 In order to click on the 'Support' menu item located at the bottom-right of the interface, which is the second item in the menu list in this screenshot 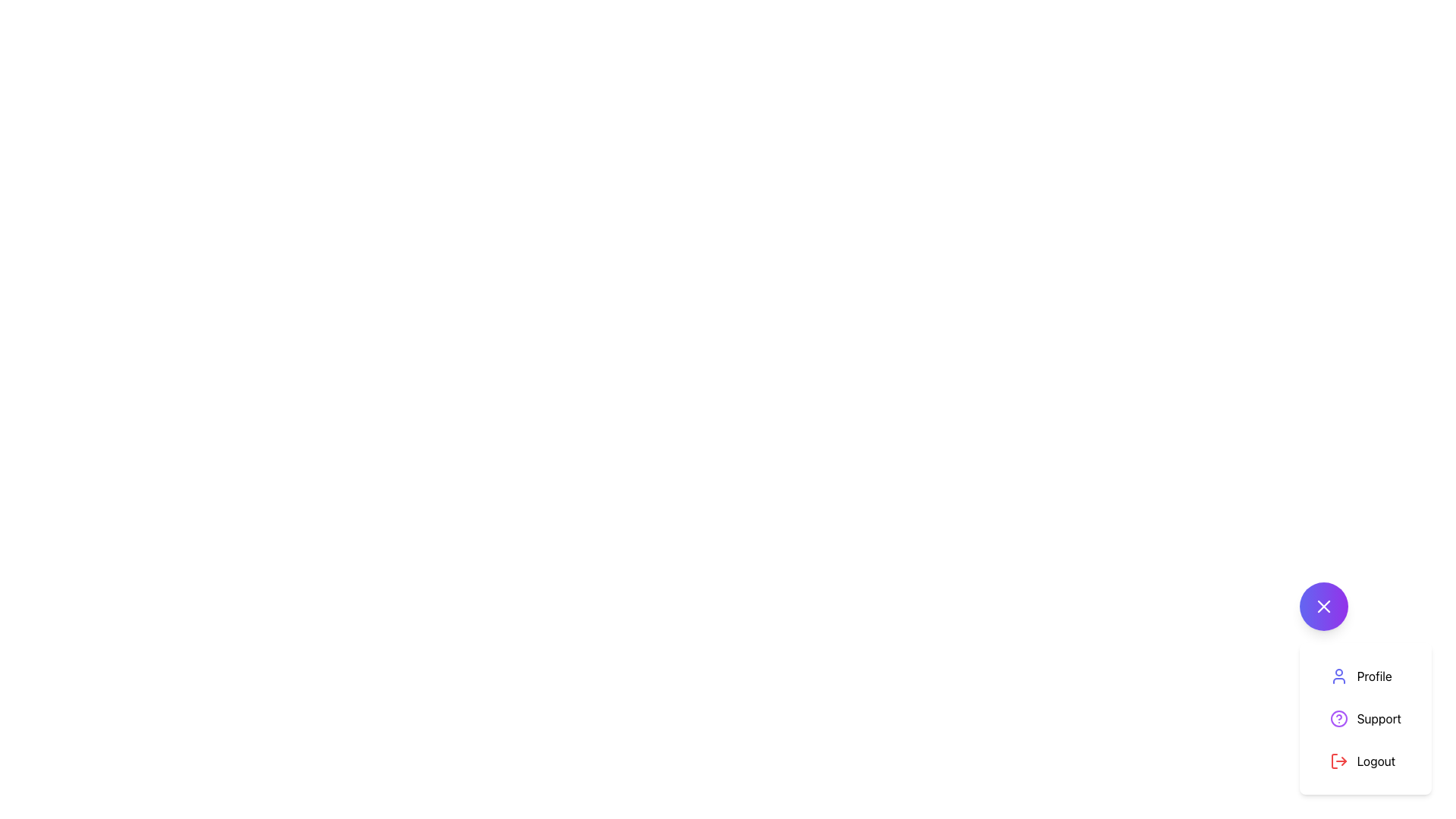, I will do `click(1365, 718)`.